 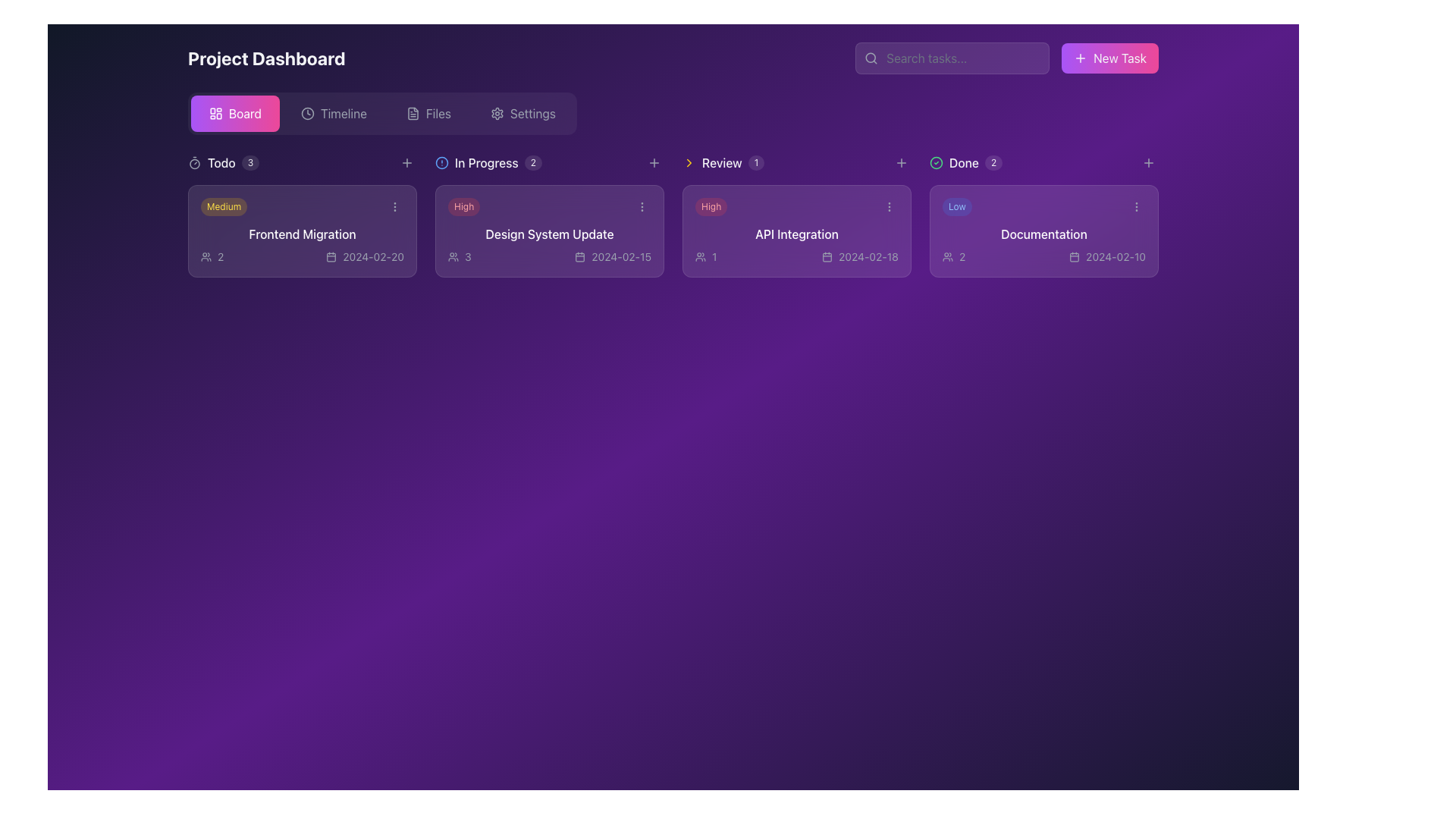 What do you see at coordinates (796, 234) in the screenshot?
I see `the text label that displays the title of a project task in the 'Review' column of the kanban board, located below the 'High' badge and above the details section` at bounding box center [796, 234].